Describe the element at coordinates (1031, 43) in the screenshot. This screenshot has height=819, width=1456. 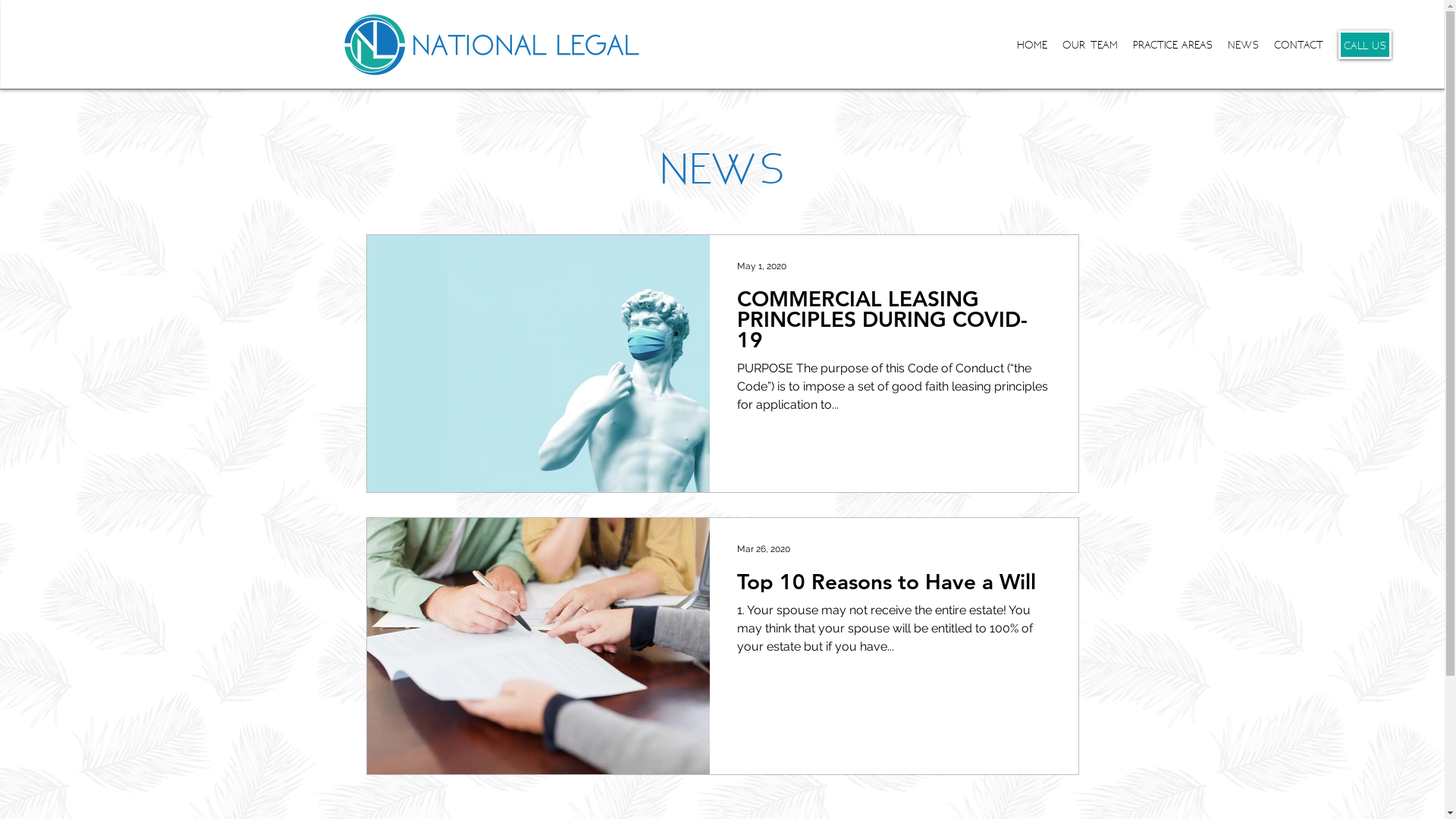
I see `'HOME'` at that location.